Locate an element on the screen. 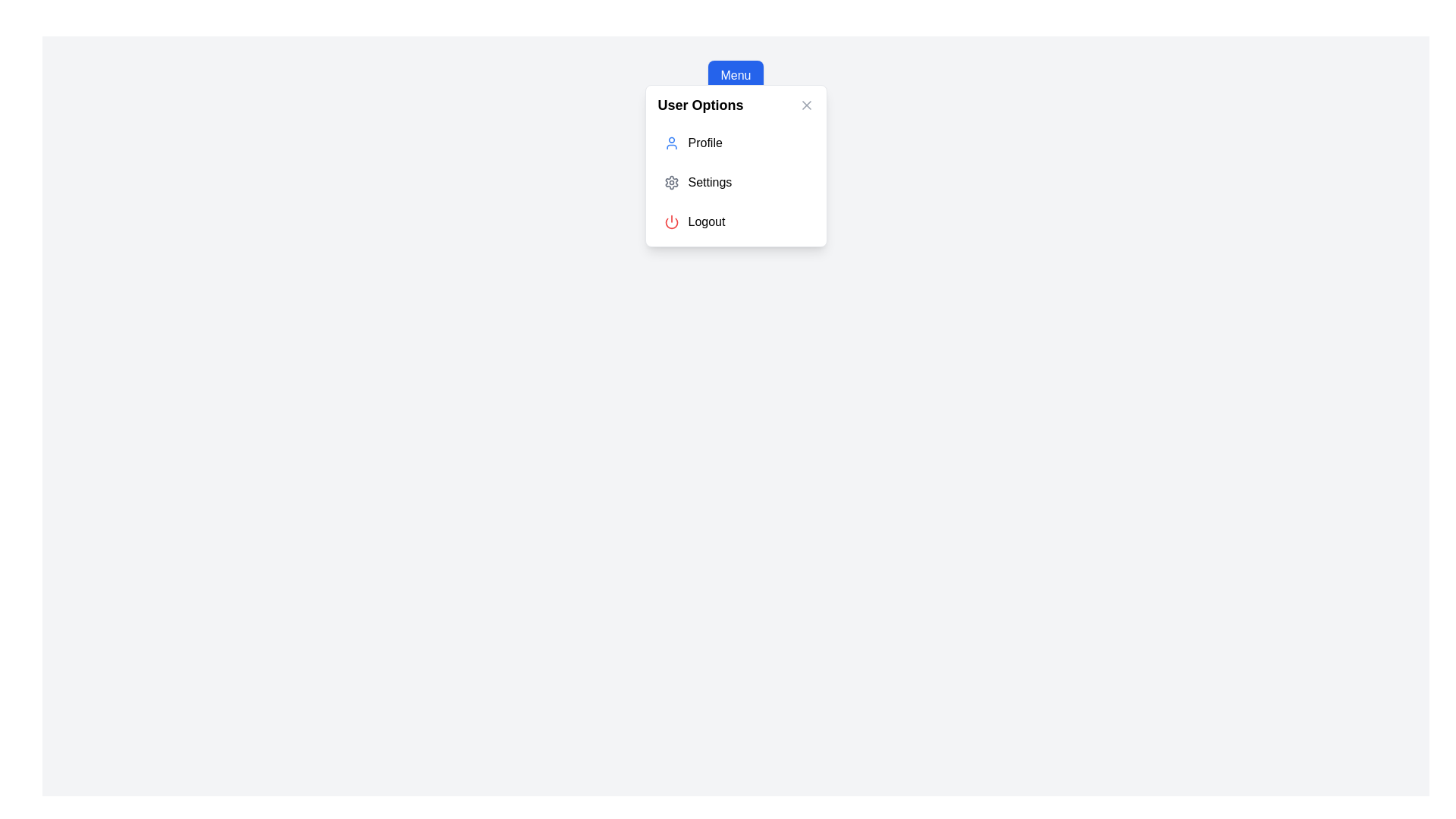  the close button represented by an 'X' icon in the header of the 'User Options' modal is located at coordinates (805, 104).